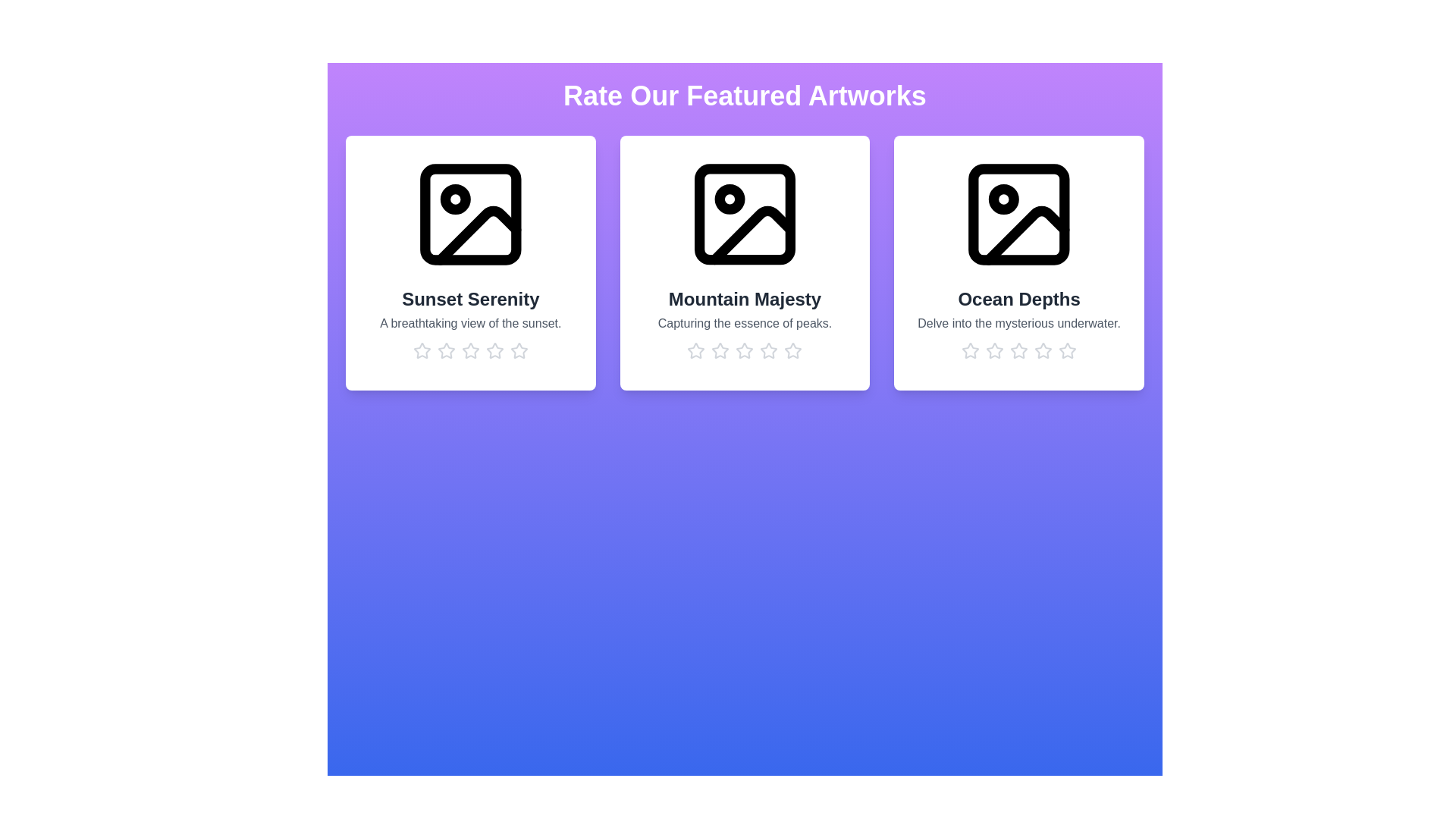  Describe the element at coordinates (995, 350) in the screenshot. I see `the rating for the artwork 'Ocean Depths' to 2 stars` at that location.